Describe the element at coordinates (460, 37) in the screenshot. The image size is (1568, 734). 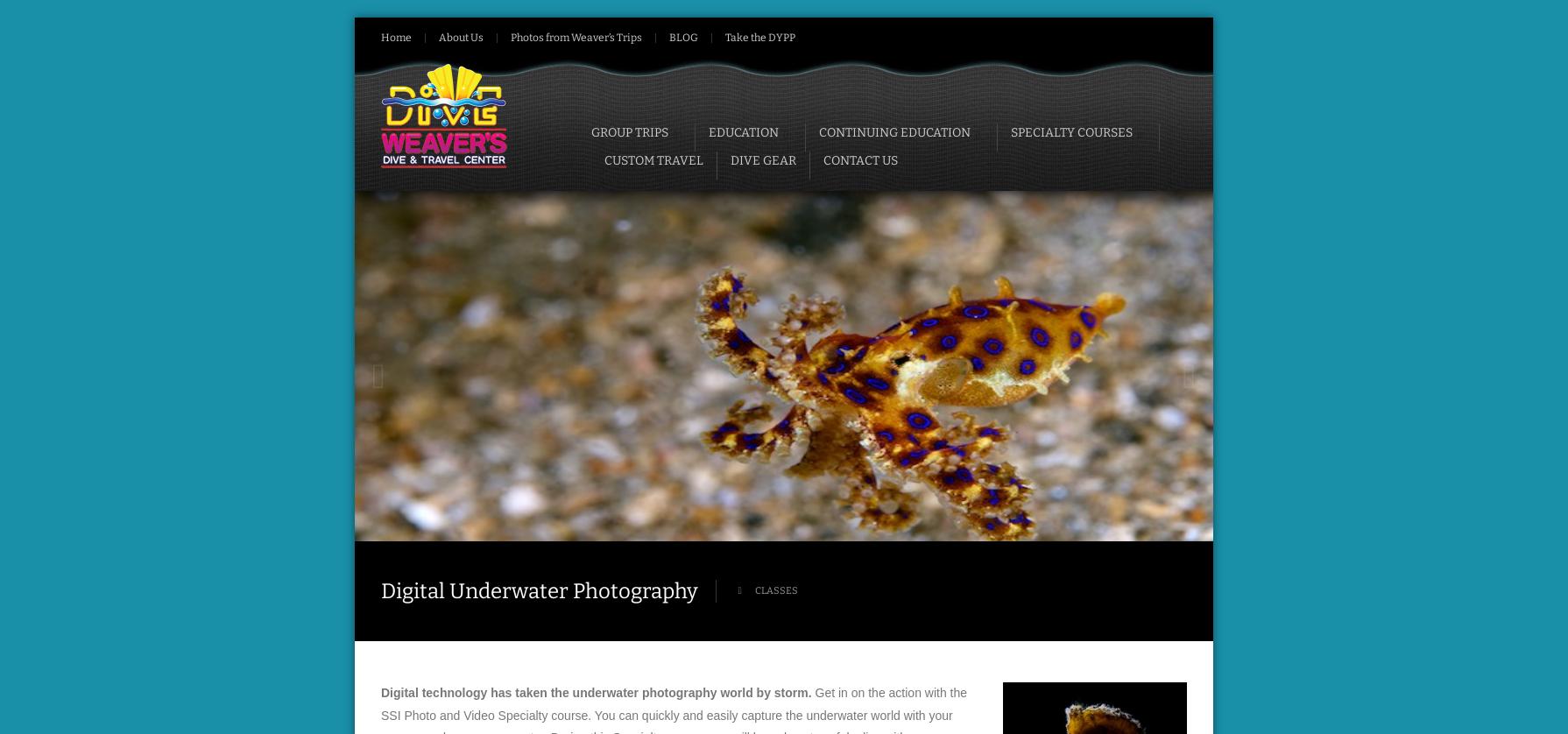
I see `'About Us'` at that location.